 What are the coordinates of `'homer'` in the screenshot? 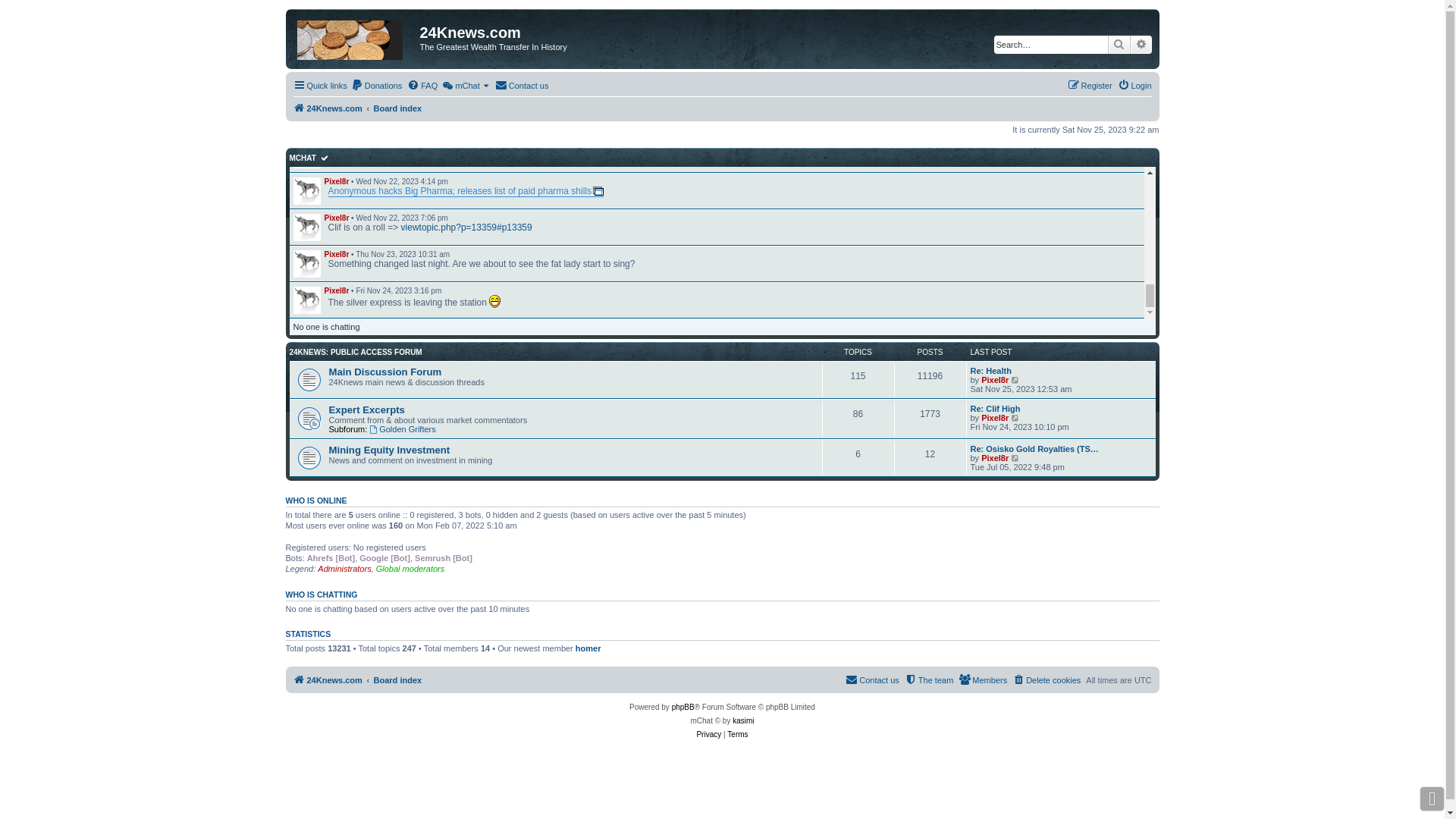 It's located at (588, 648).